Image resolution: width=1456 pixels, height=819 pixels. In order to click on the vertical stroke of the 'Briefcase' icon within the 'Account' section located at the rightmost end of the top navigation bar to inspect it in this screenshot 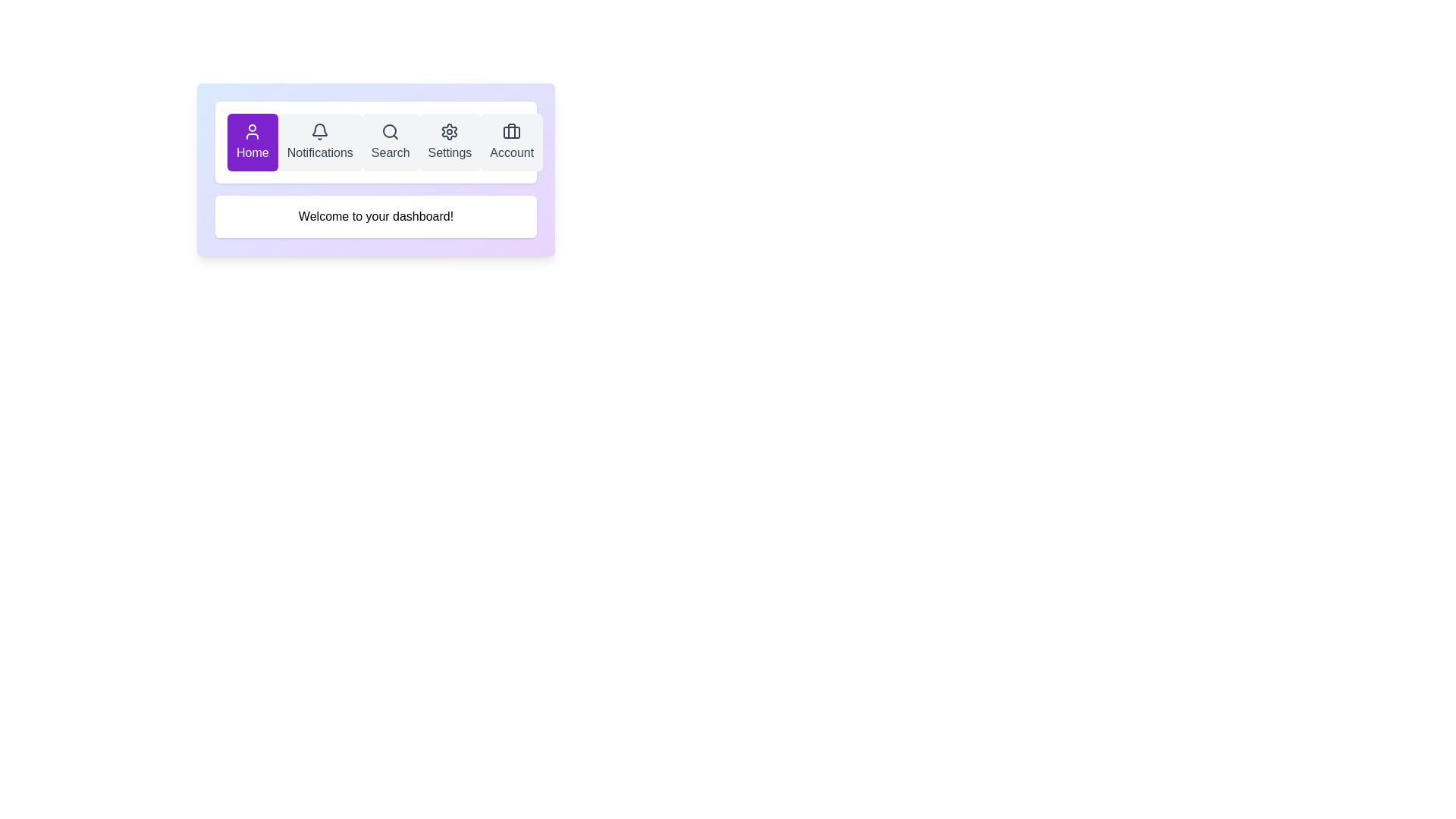, I will do `click(512, 130)`.